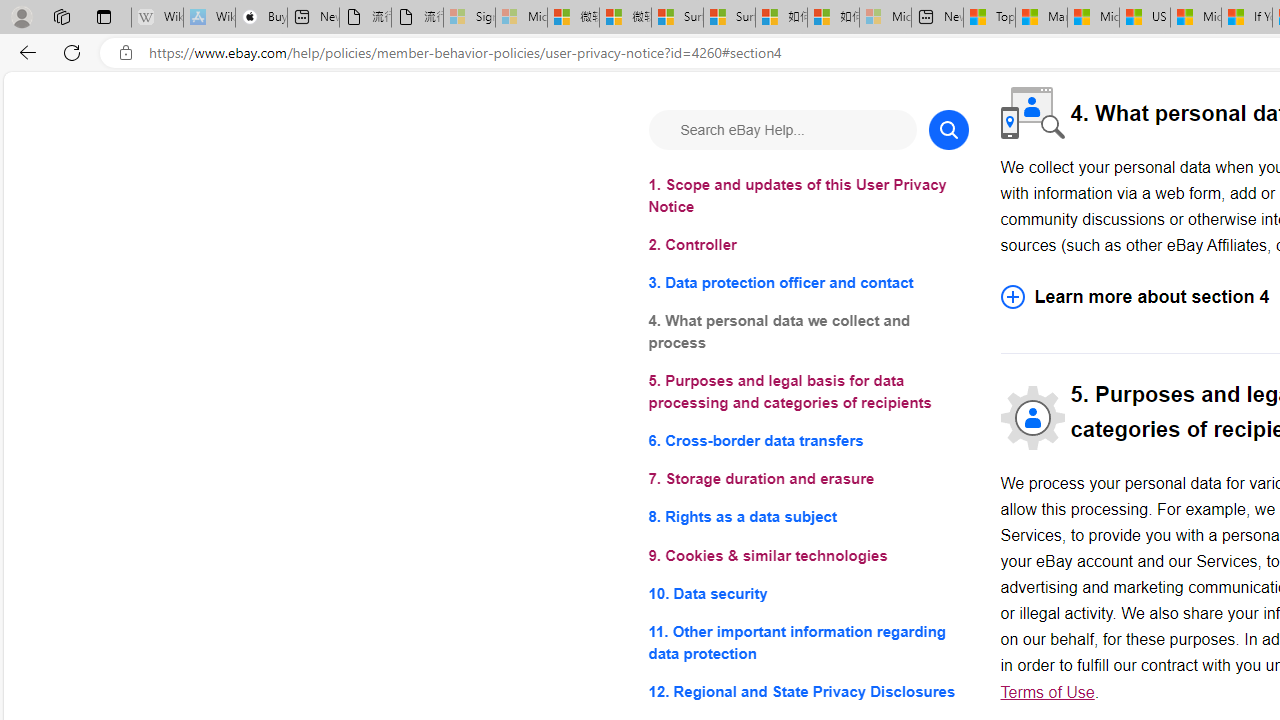 This screenshot has width=1280, height=720. Describe the element at coordinates (808, 244) in the screenshot. I see `'2. Controller'` at that location.